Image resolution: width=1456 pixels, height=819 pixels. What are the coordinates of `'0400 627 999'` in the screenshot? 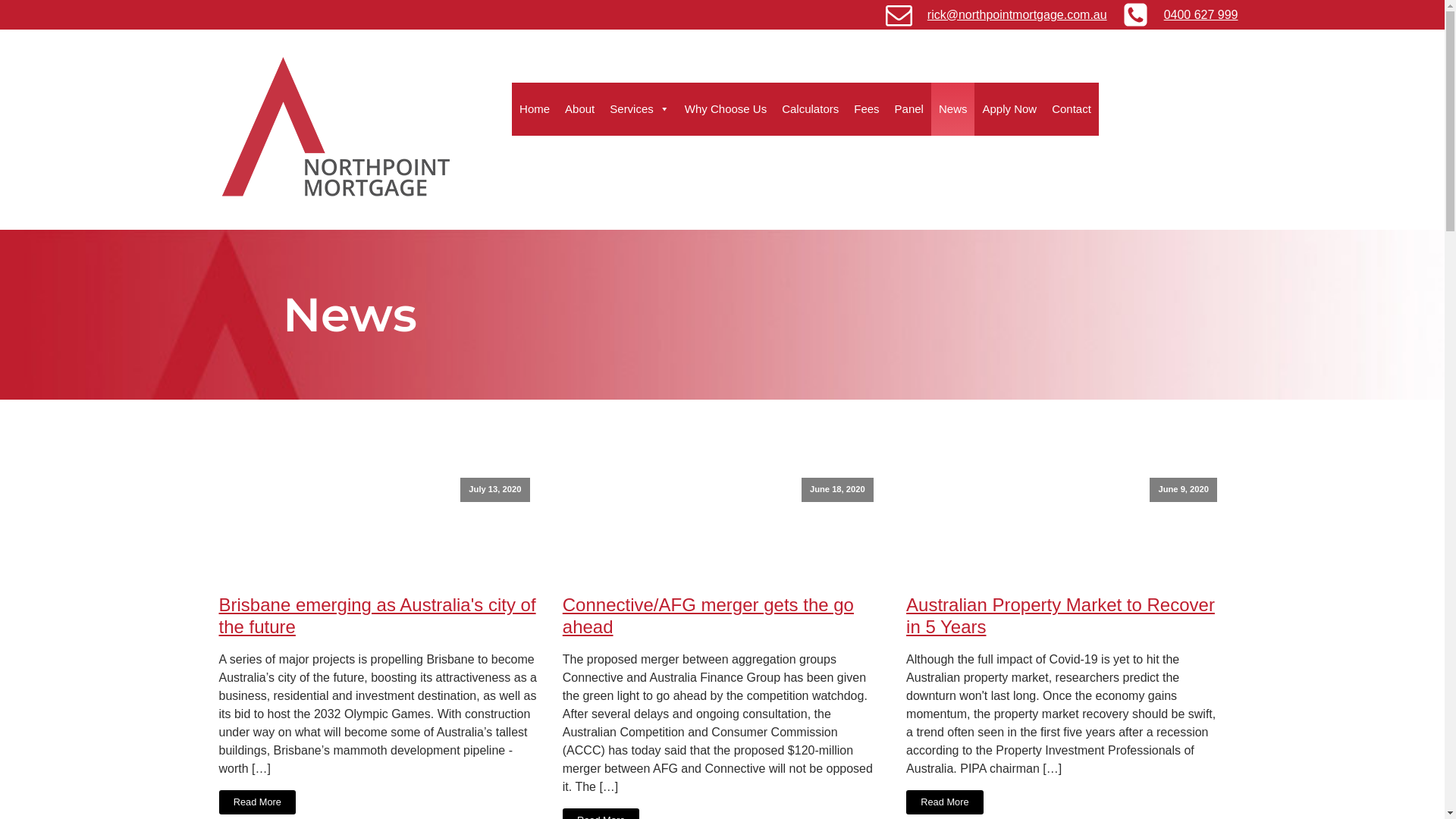 It's located at (1200, 14).